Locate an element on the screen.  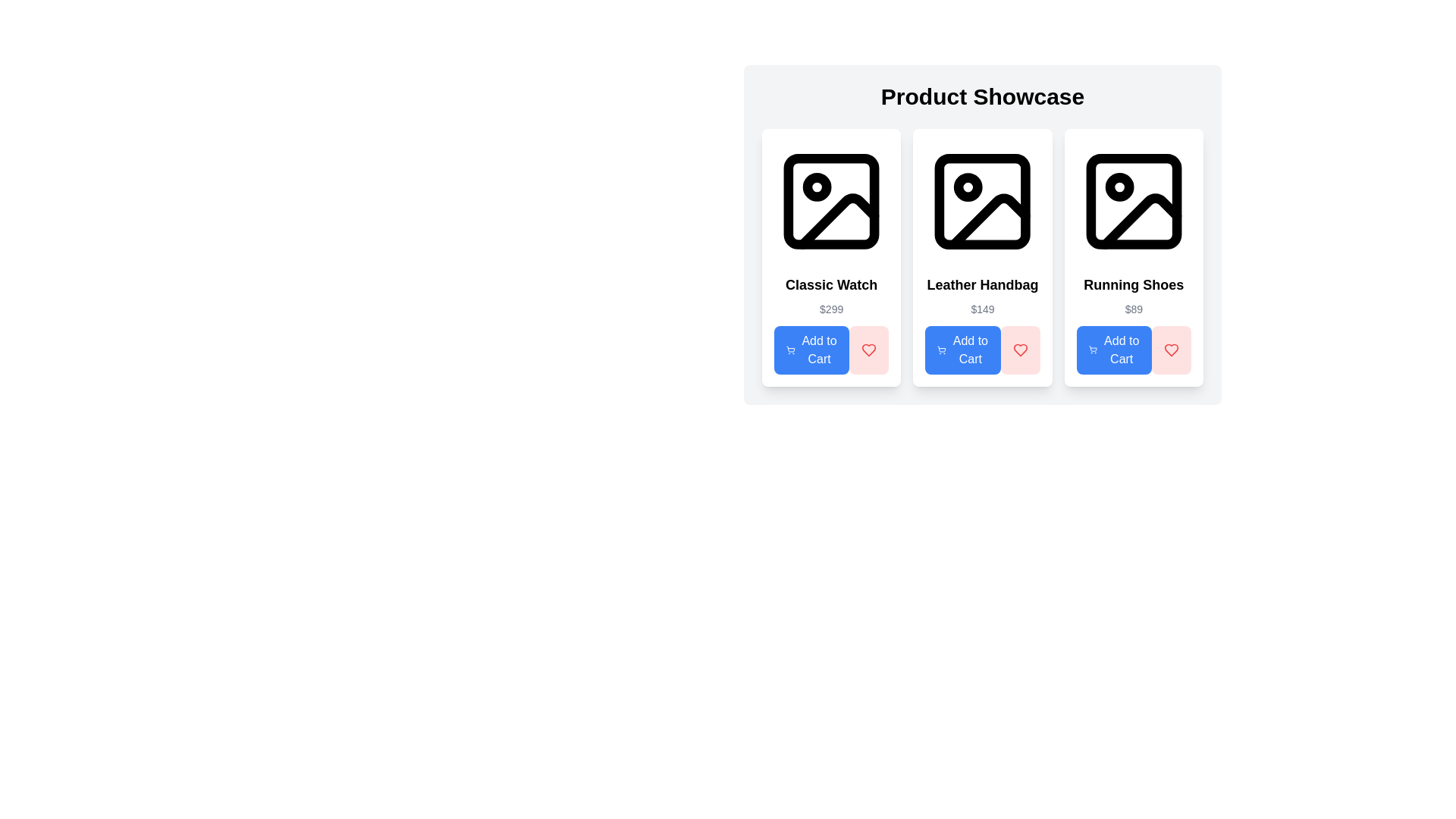
the SVG placeholder image representing the 'Leather Handbag' product, which is centrally placed above the text description and 'Add to Cart' button in the second product card is located at coordinates (983, 201).